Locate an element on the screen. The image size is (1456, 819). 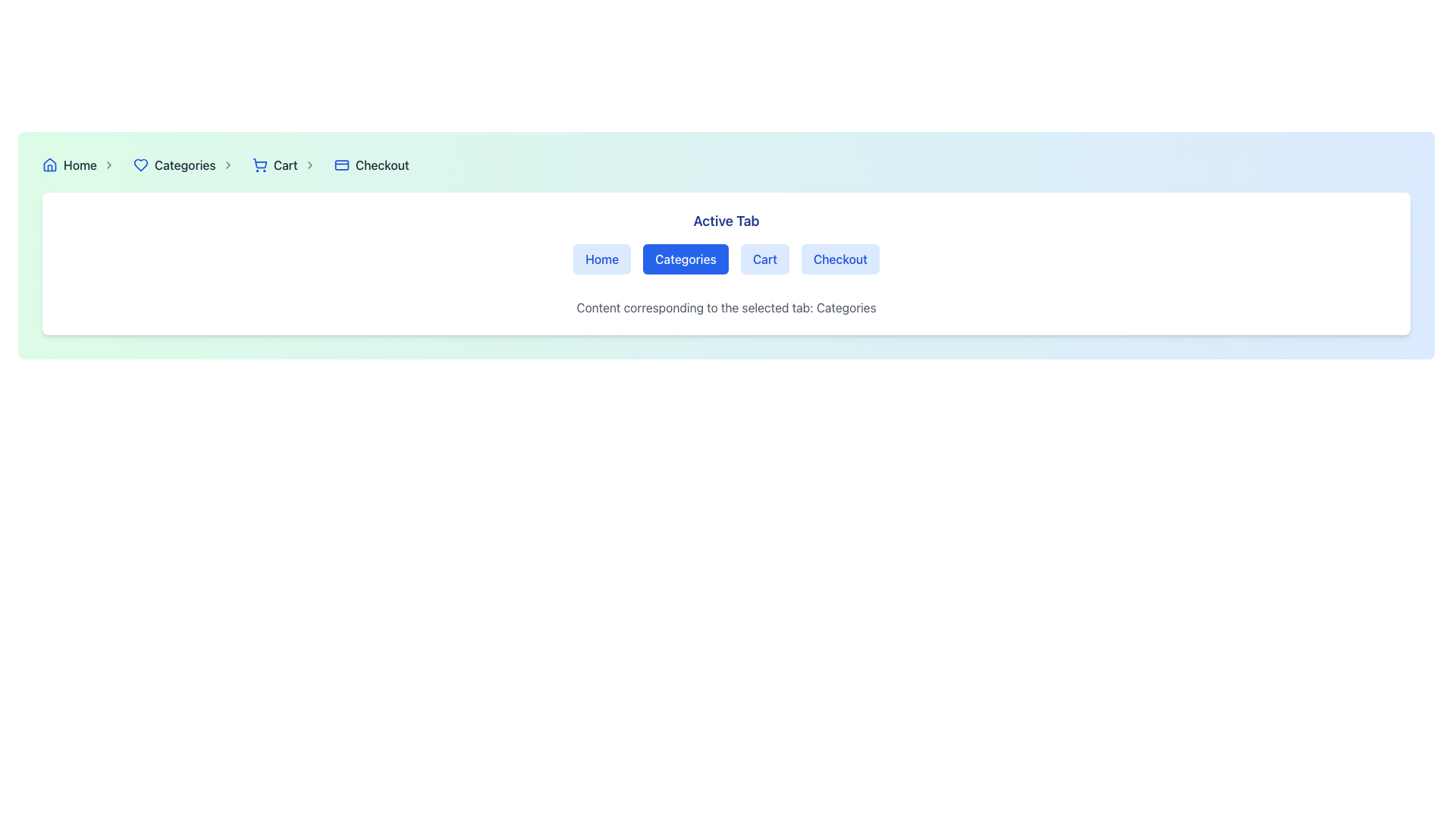
the 'Home' button with rounded corners and a light blue background in the navigation bar is located at coordinates (601, 259).